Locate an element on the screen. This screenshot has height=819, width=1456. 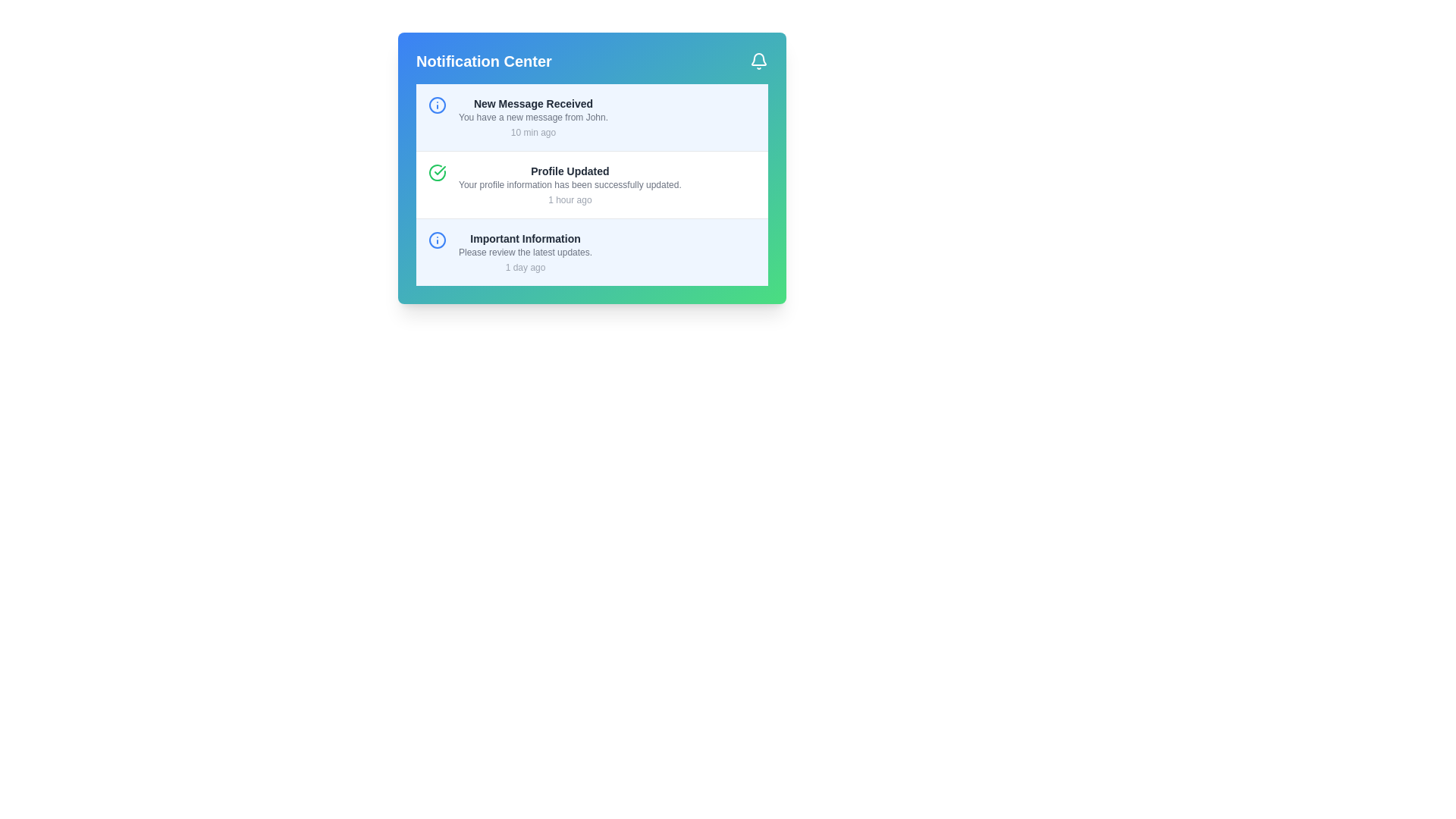
the first Notification Item in the Notification Center to read the new message content is located at coordinates (533, 116).